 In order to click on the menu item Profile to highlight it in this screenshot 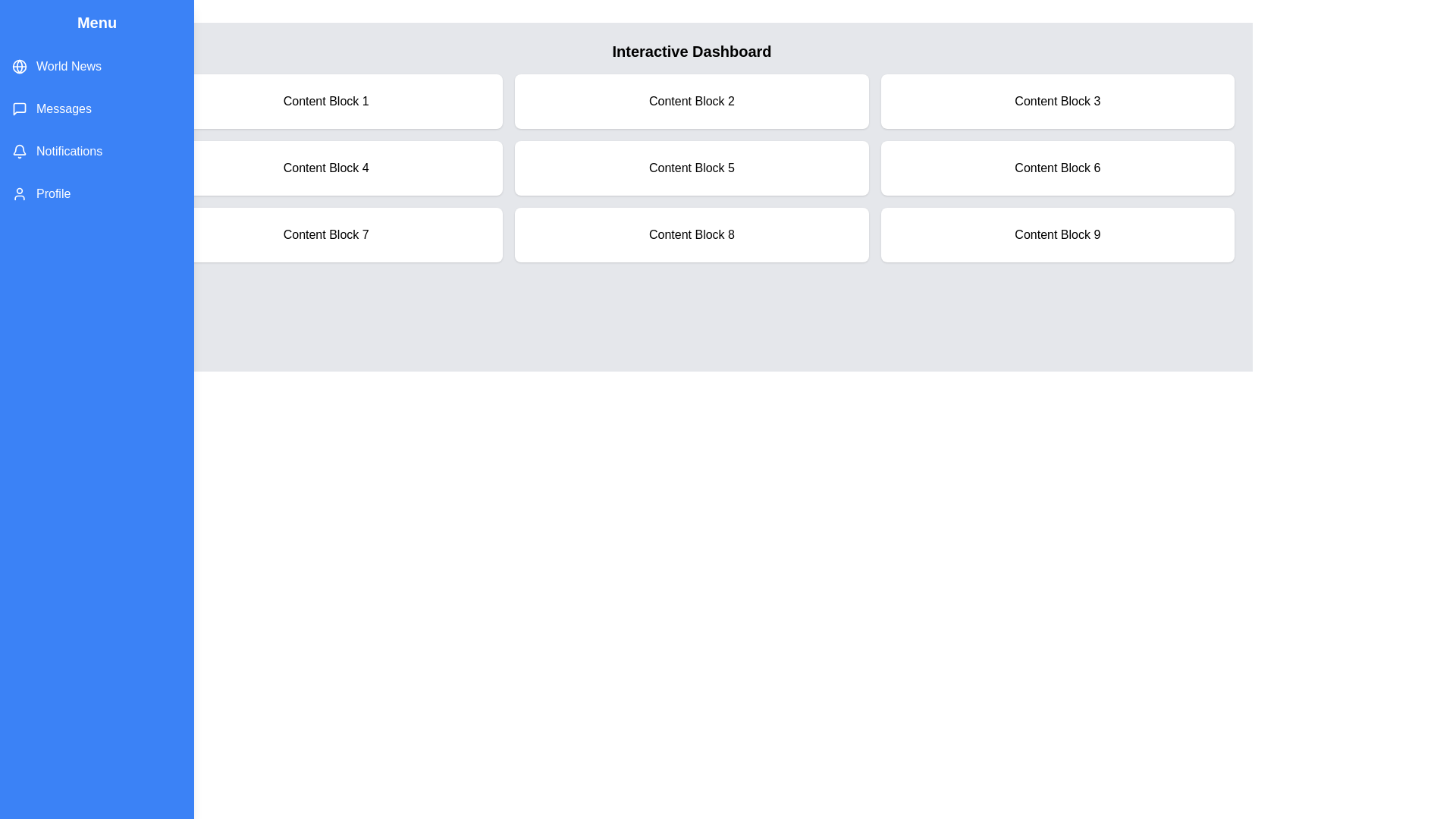, I will do `click(96, 193)`.